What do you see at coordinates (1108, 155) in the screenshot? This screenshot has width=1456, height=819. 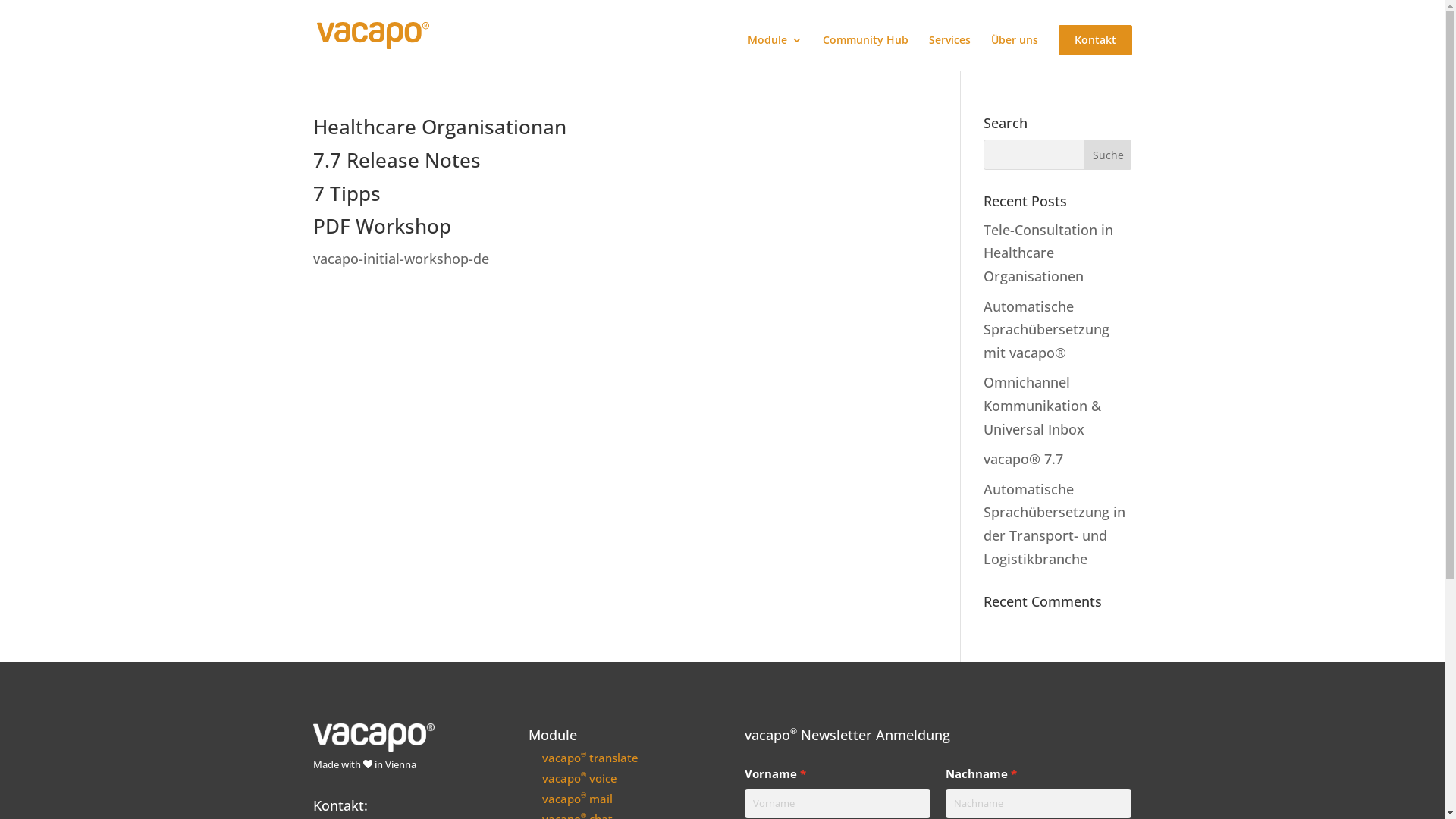 I see `'Suche'` at bounding box center [1108, 155].